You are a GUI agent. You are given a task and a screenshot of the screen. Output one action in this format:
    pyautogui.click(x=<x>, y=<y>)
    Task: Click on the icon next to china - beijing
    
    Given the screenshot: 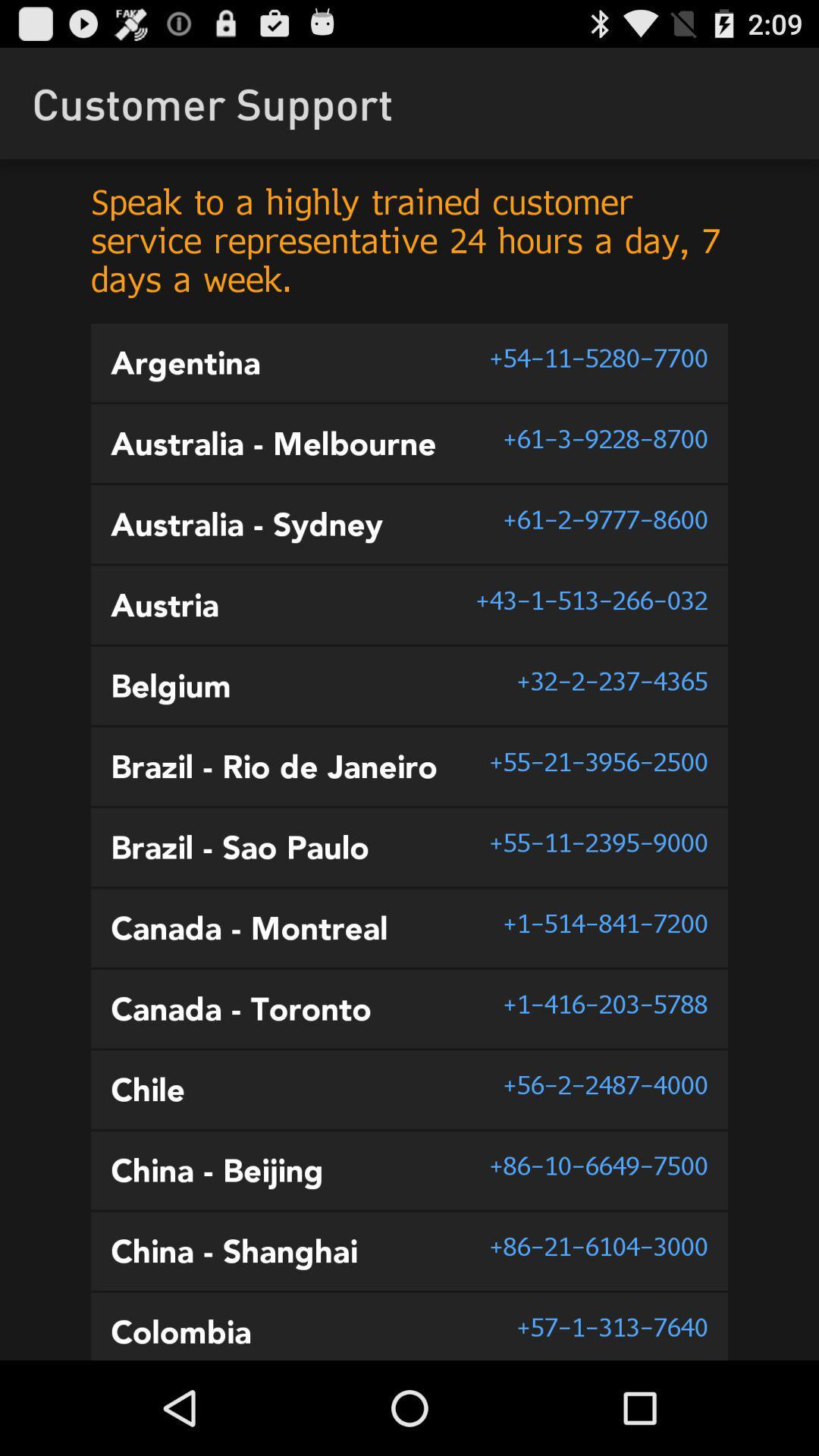 What is the action you would take?
    pyautogui.click(x=598, y=1165)
    